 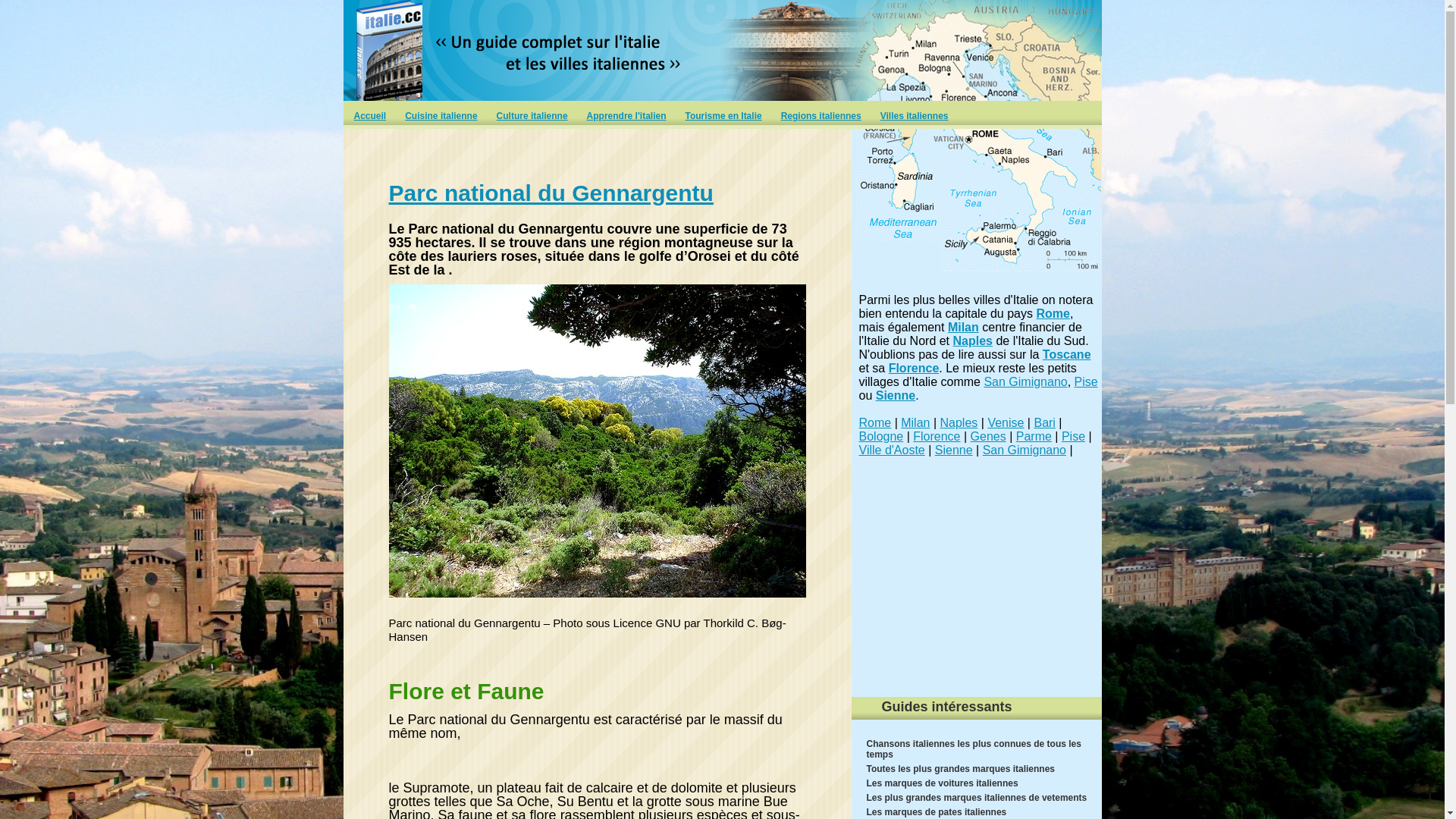 I want to click on 'Les marques de pates italiennes', so click(x=866, y=811).